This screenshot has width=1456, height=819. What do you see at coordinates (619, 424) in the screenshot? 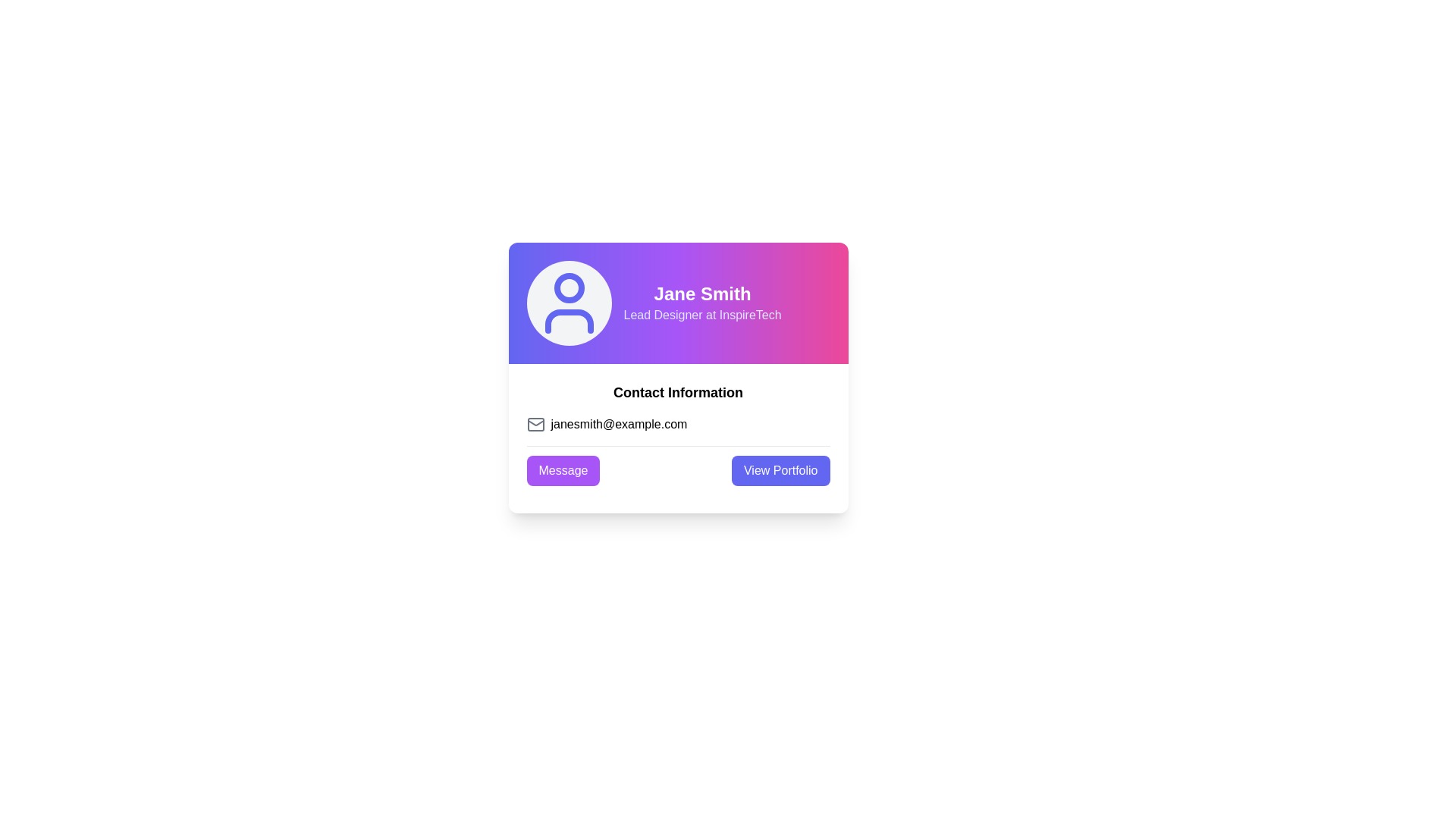
I see `the email address 'janesmith@example.com' which is located to the right of the envelope icon in the 'Contact Information' section` at bounding box center [619, 424].